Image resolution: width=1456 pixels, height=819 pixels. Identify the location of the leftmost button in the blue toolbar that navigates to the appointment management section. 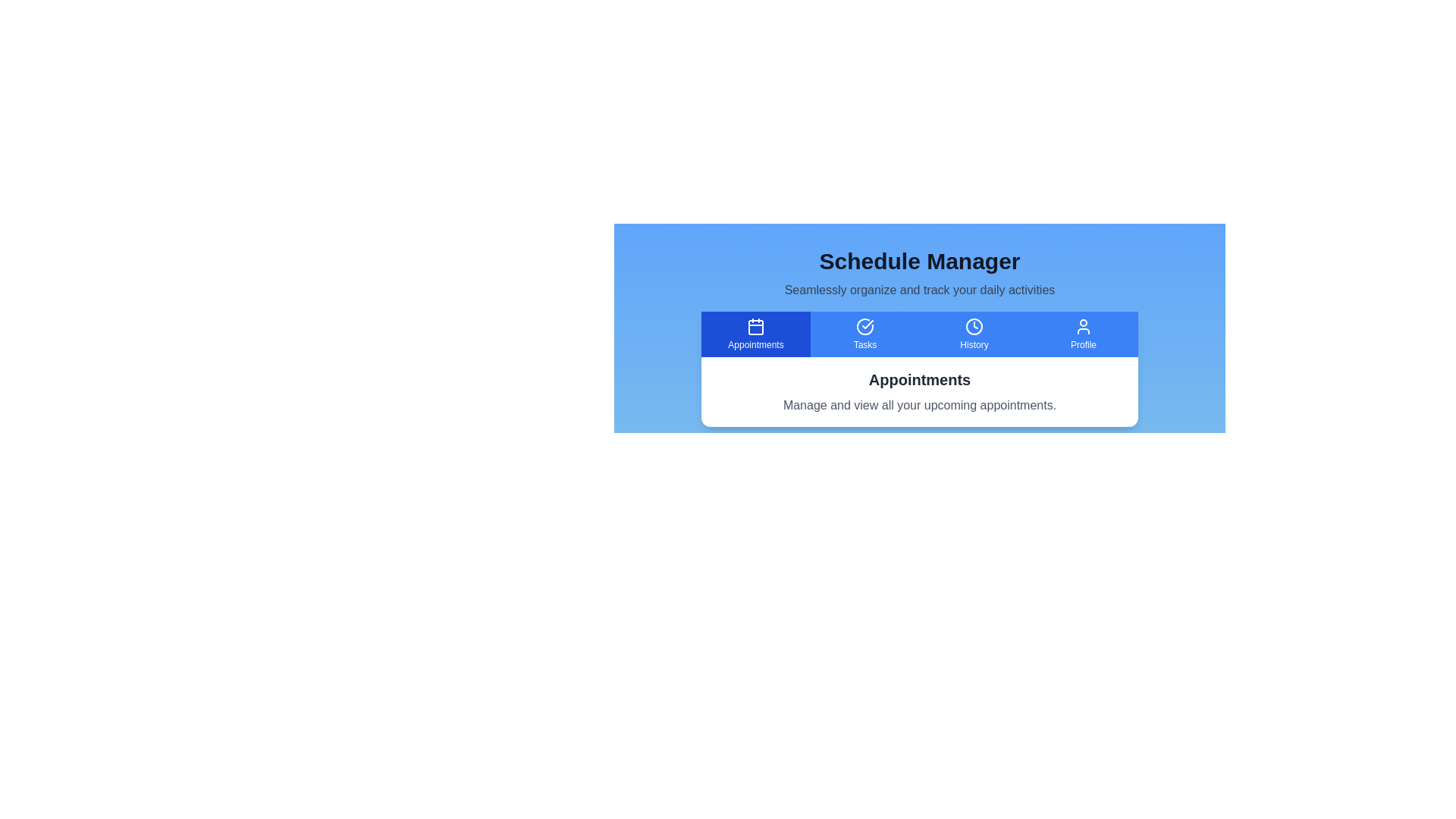
(756, 333).